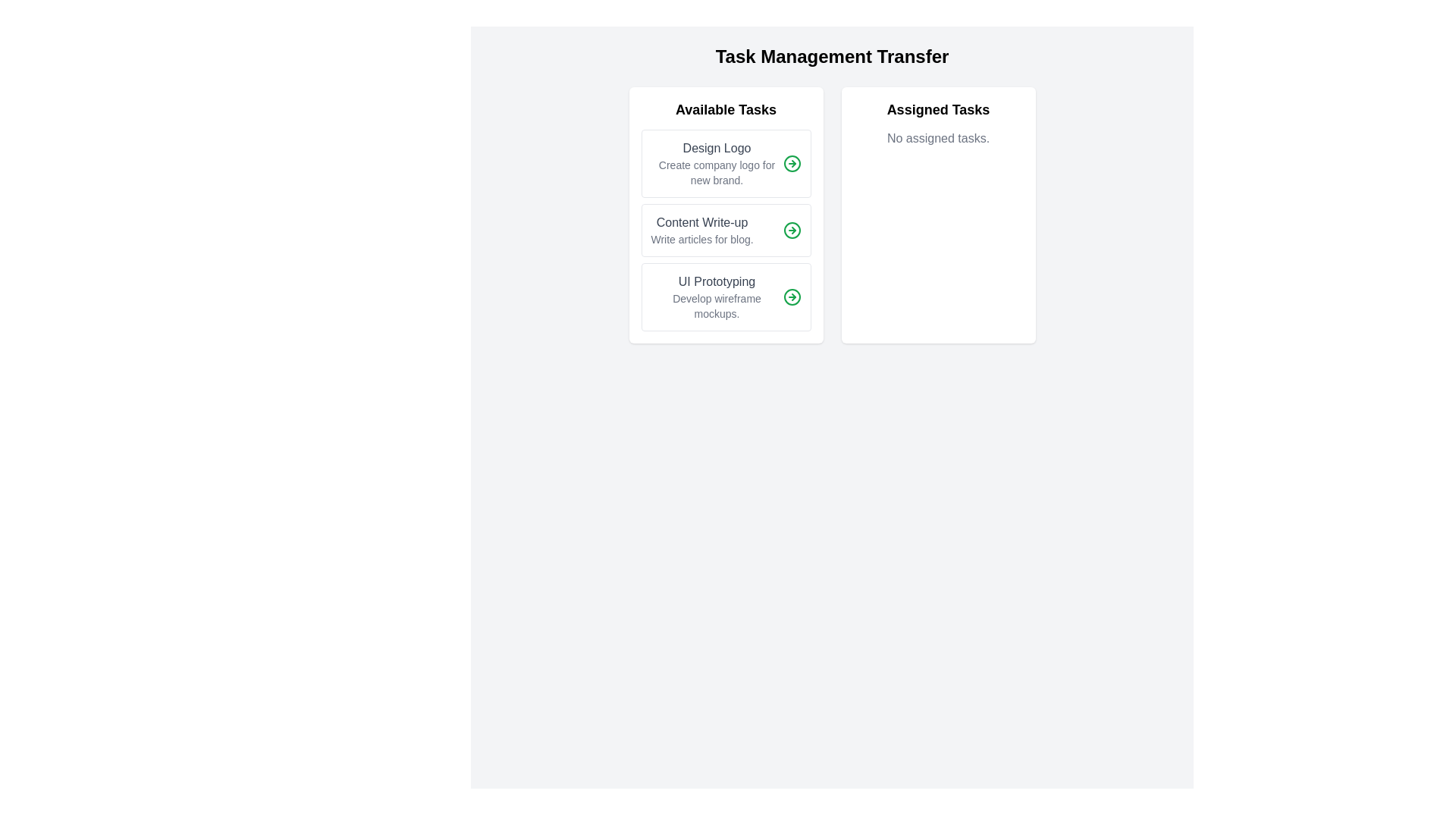 The image size is (1456, 819). Describe the element at coordinates (716, 171) in the screenshot. I see `text content of the label providing additional details about the task 'Design Logo' located in the 'Available Tasks' section, directly under the 'Design Logo' header` at that location.